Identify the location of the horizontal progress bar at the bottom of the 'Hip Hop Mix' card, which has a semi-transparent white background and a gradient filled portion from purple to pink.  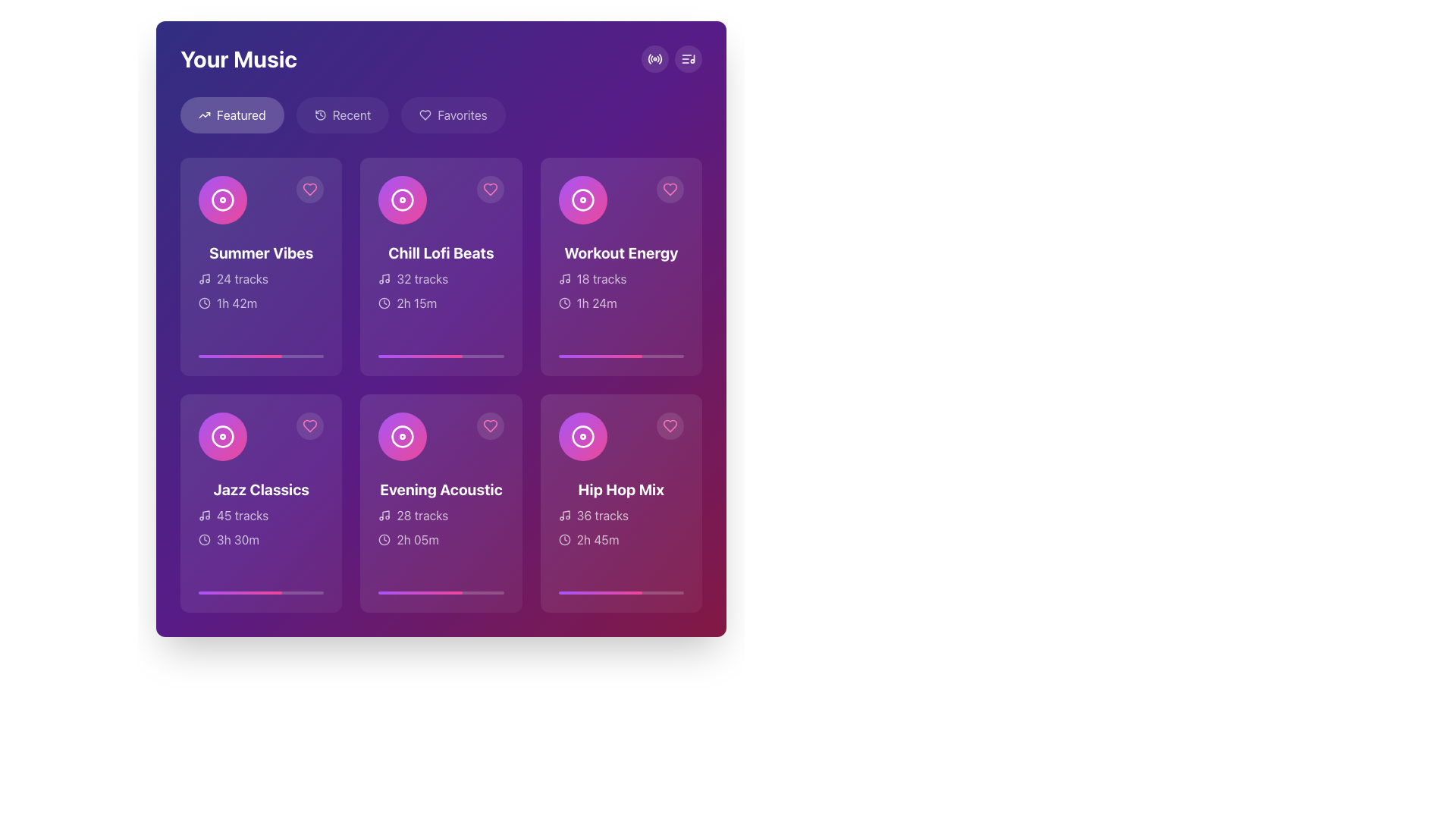
(621, 592).